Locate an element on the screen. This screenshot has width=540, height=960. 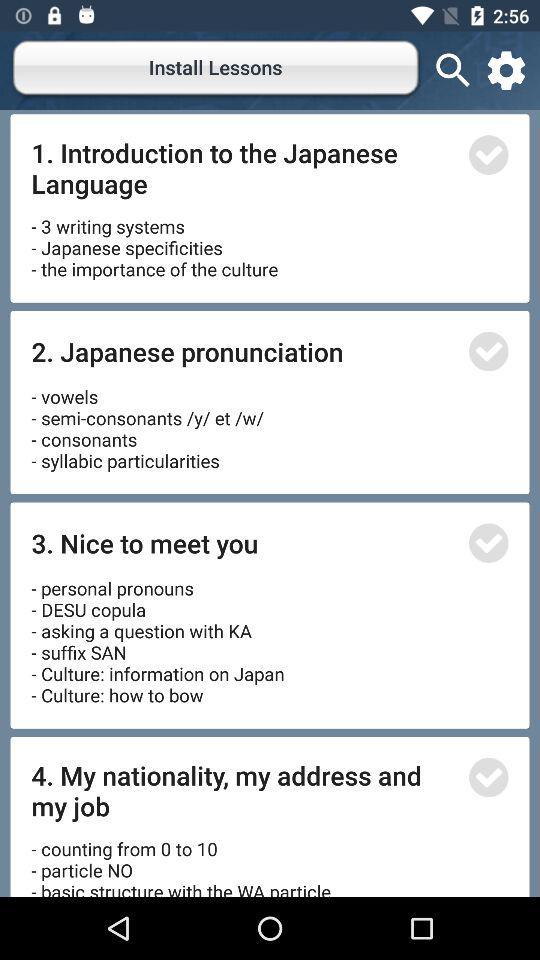
icon below 1 introduction to is located at coordinates (153, 240).